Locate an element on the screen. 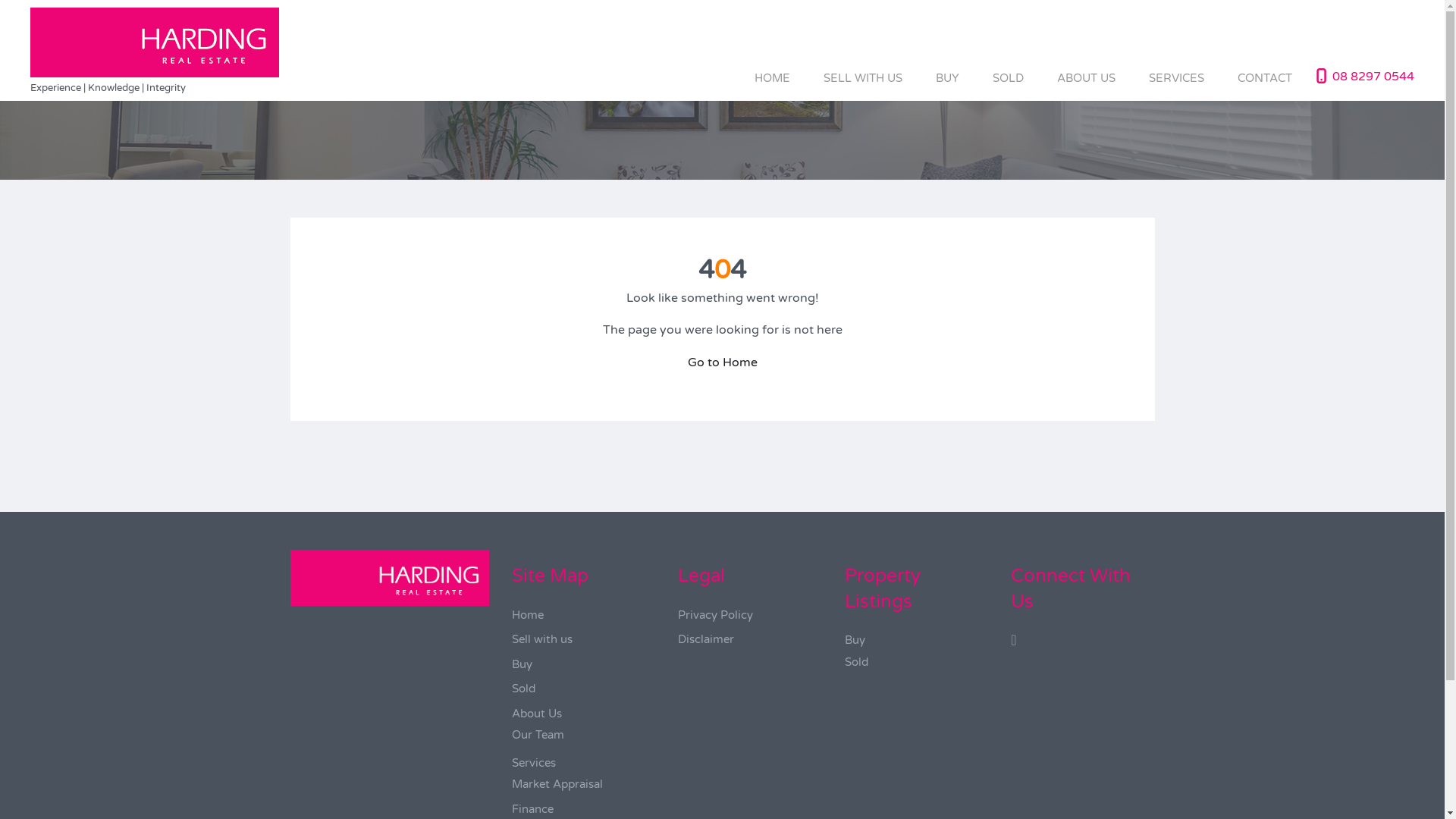 This screenshot has width=1456, height=819. 'Privacy Policy' is located at coordinates (714, 614).